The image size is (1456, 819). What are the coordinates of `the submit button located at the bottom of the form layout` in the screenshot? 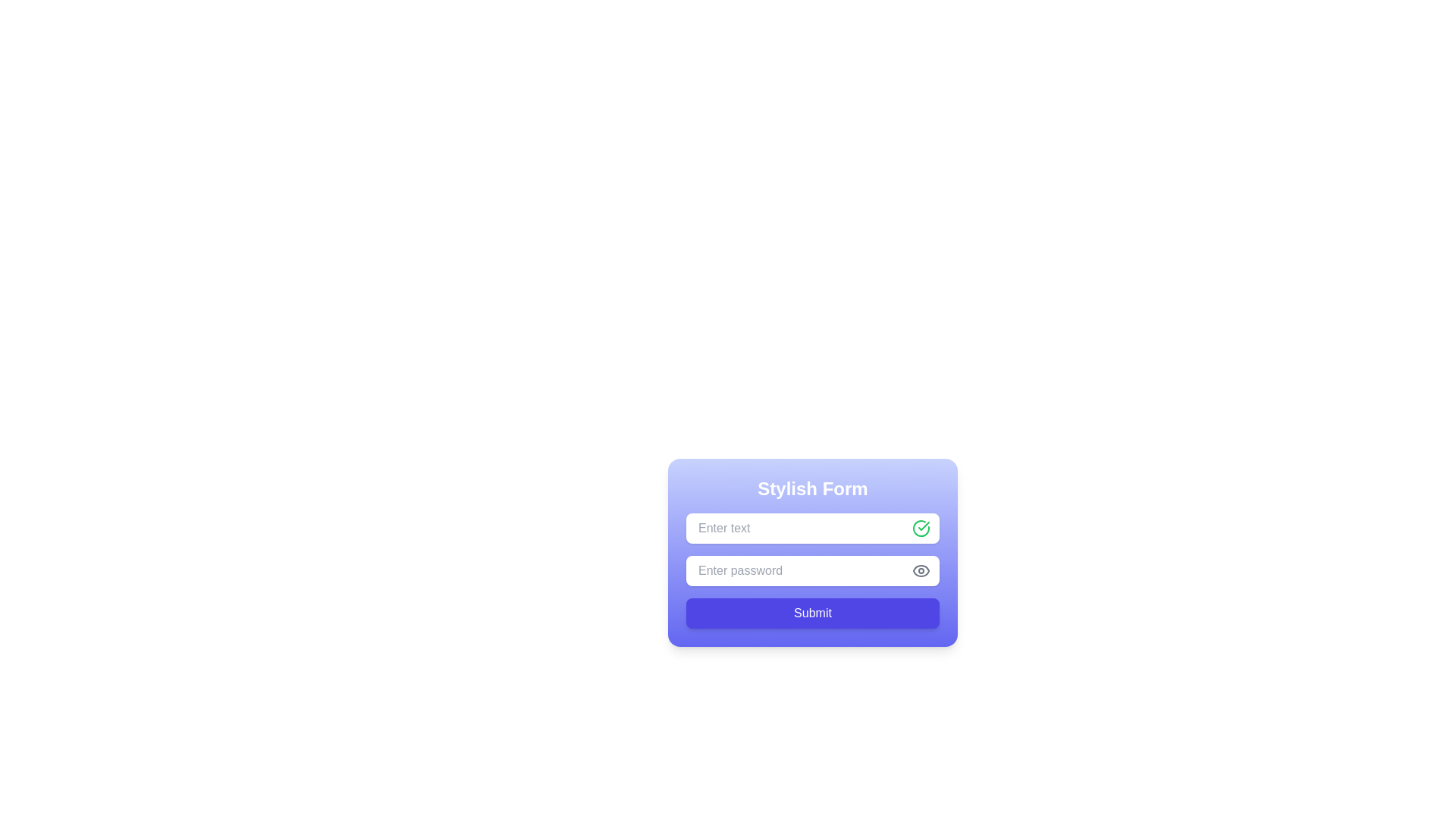 It's located at (811, 601).